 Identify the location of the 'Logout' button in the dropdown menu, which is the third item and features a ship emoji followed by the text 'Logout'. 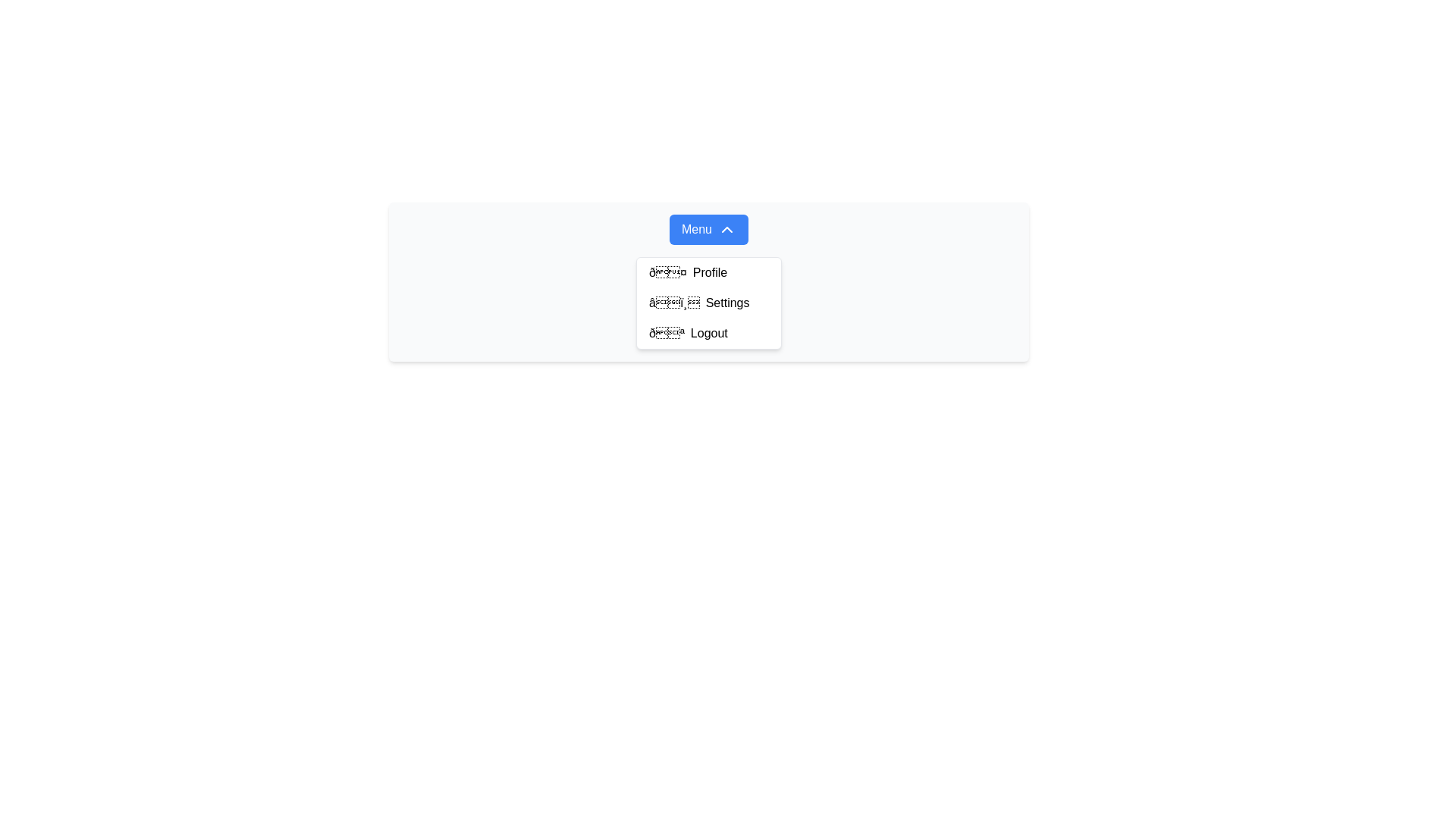
(708, 332).